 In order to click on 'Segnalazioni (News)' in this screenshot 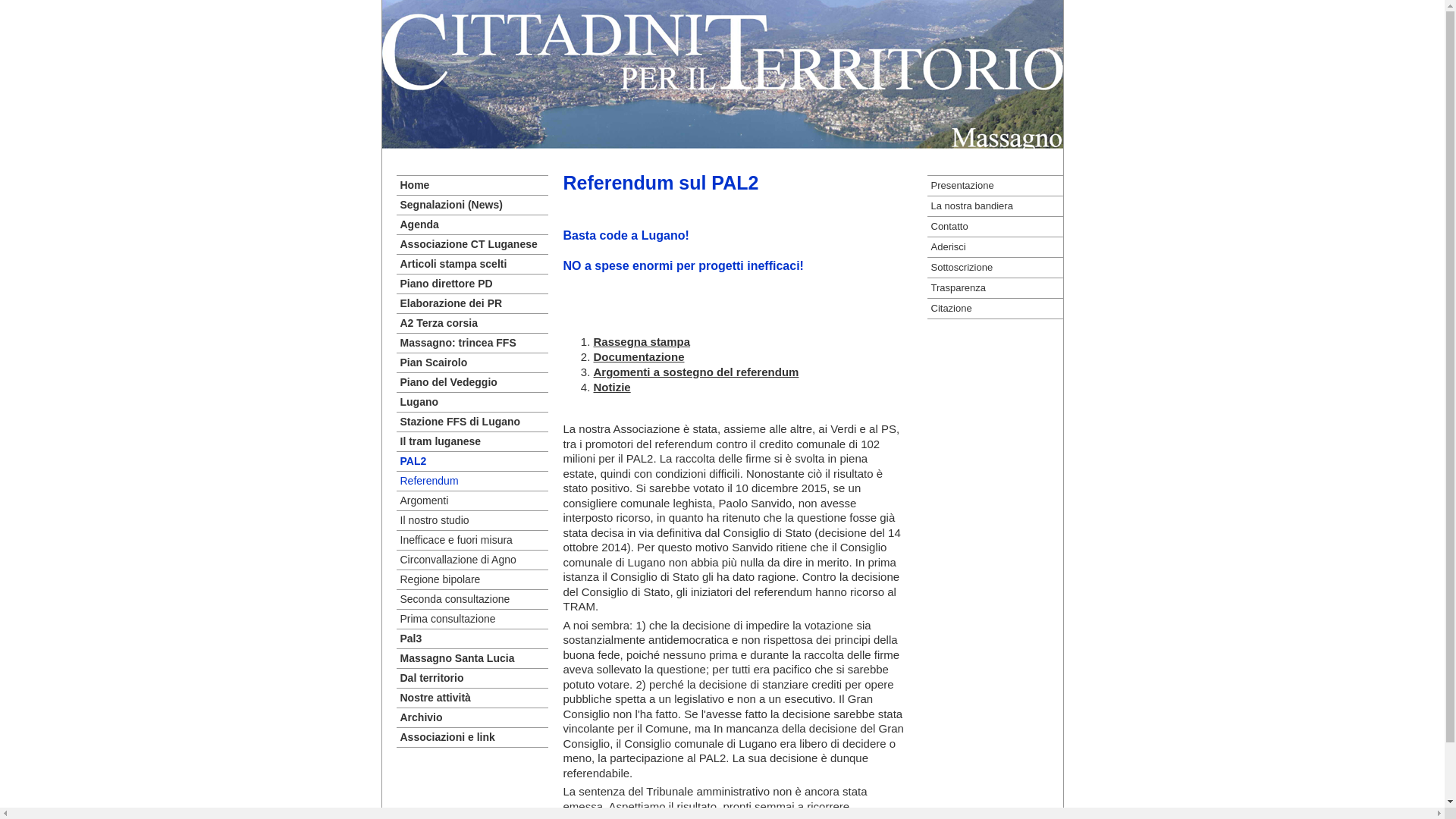, I will do `click(471, 205)`.